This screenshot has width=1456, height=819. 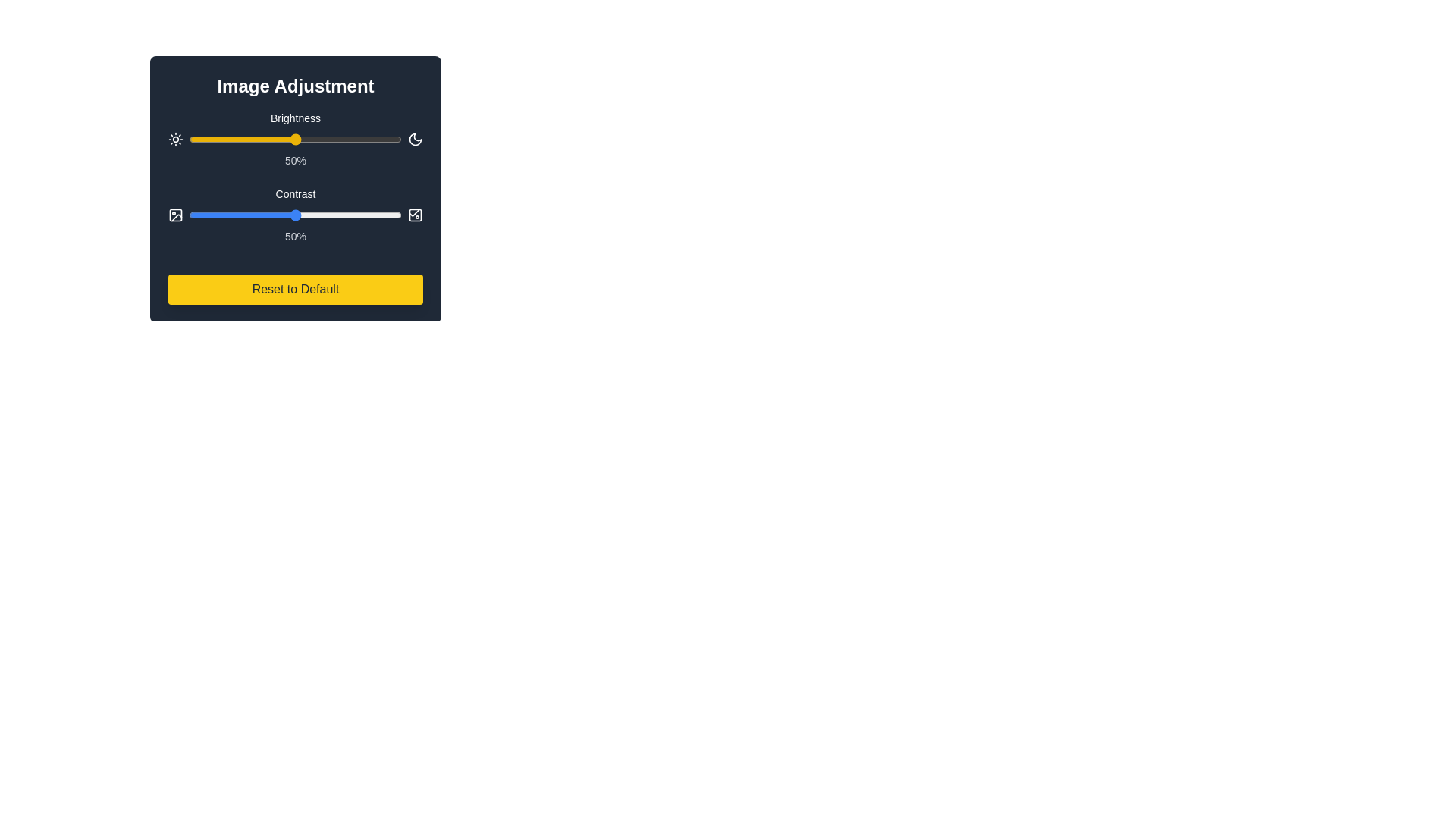 What do you see at coordinates (331, 140) in the screenshot?
I see `brightness` at bounding box center [331, 140].